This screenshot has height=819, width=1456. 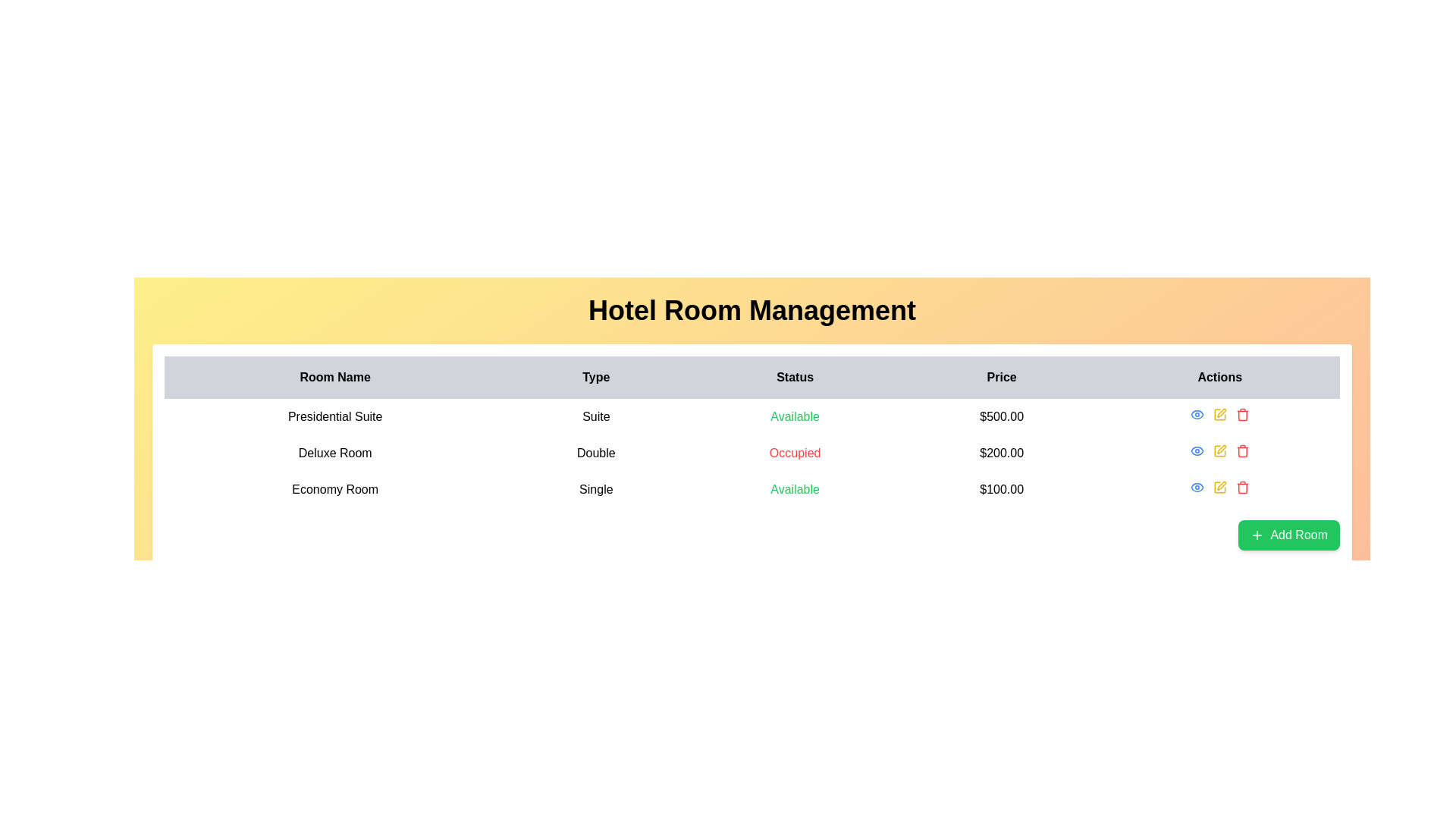 I want to click on the delete button located in the 'Actions' column of the second row of the table to initiate a delete action, so click(x=1241, y=450).